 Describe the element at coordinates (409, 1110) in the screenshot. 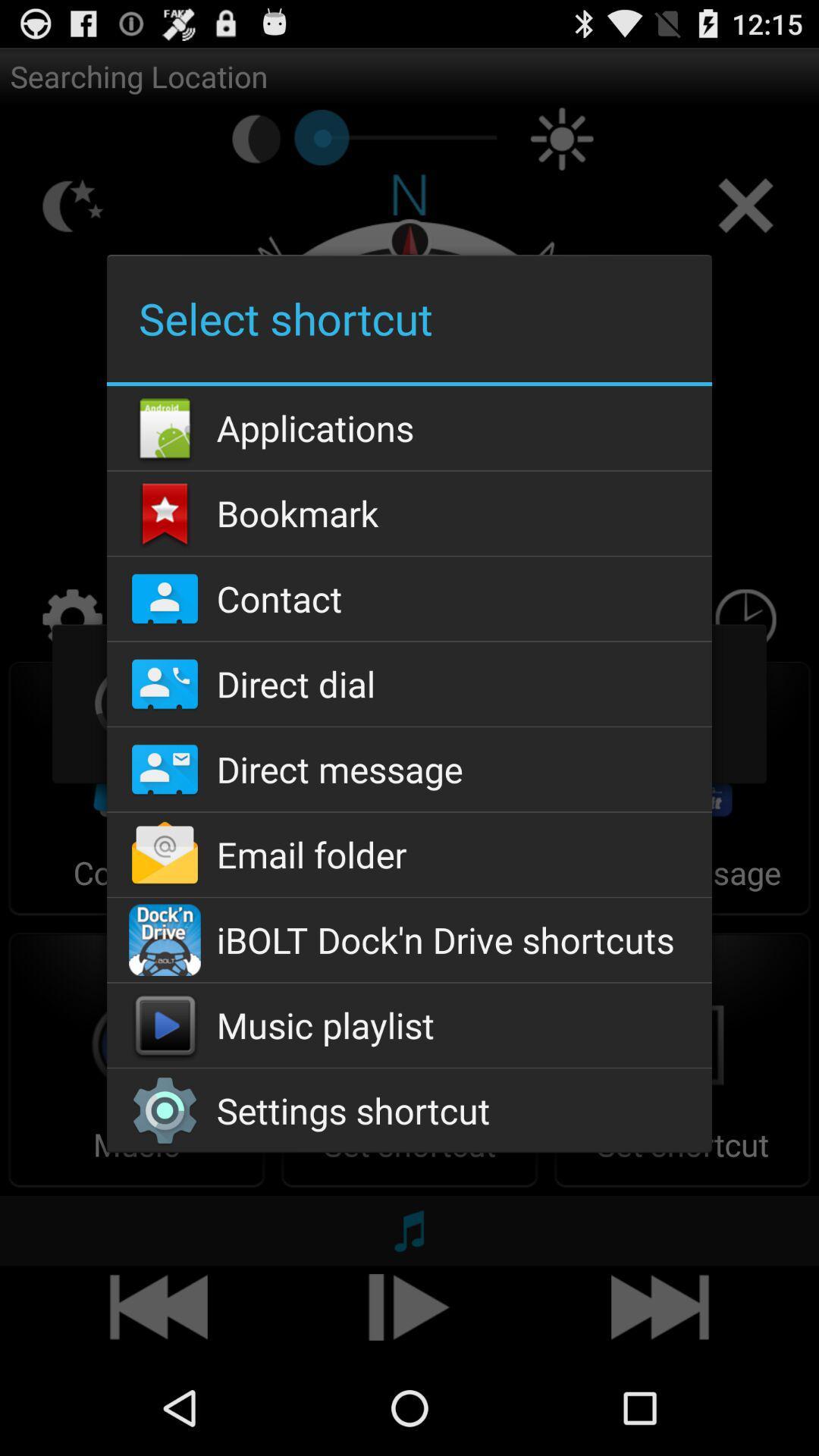

I see `the icon below the music playlist app` at that location.